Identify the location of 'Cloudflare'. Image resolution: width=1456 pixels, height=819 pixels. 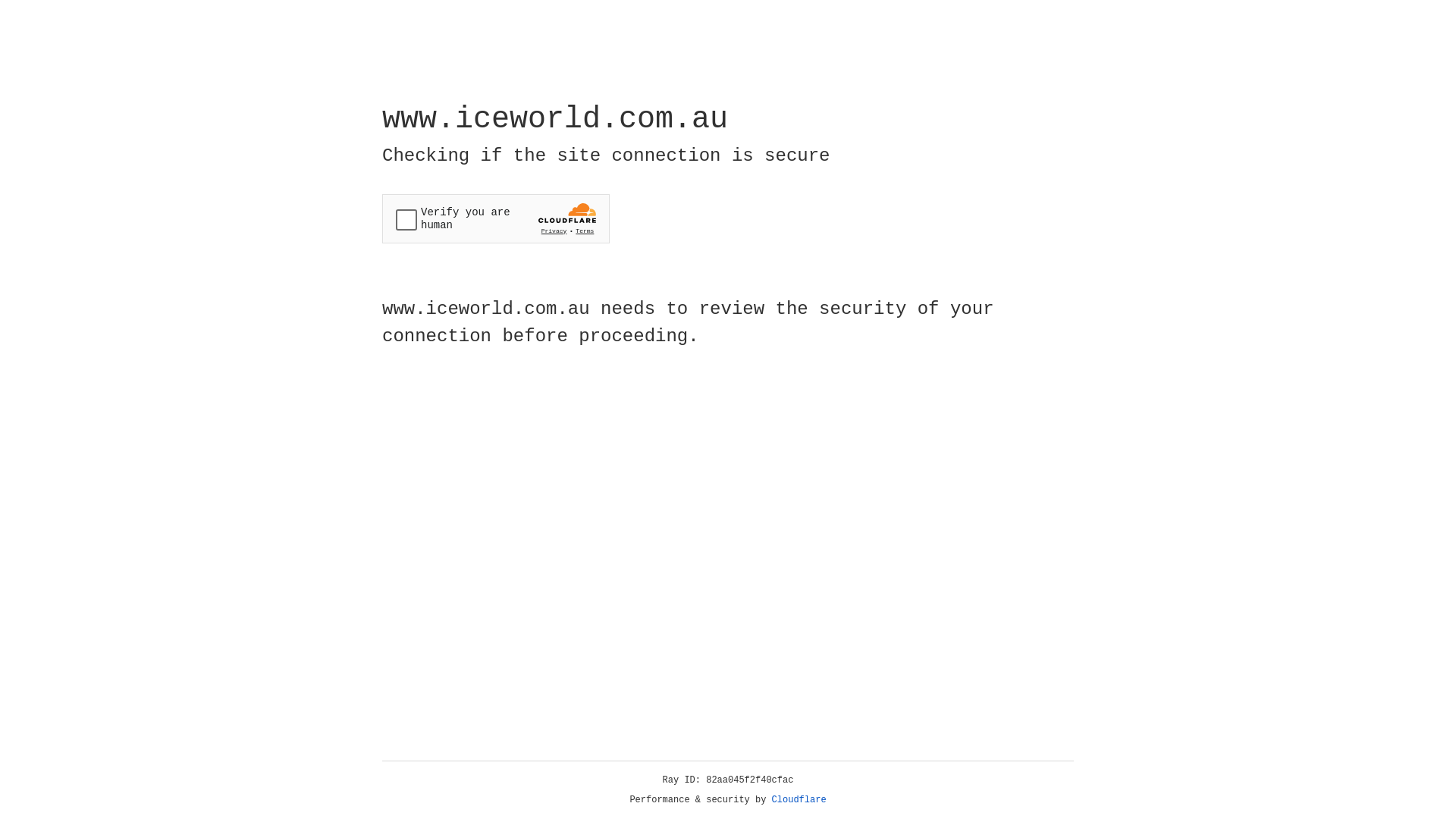
(799, 799).